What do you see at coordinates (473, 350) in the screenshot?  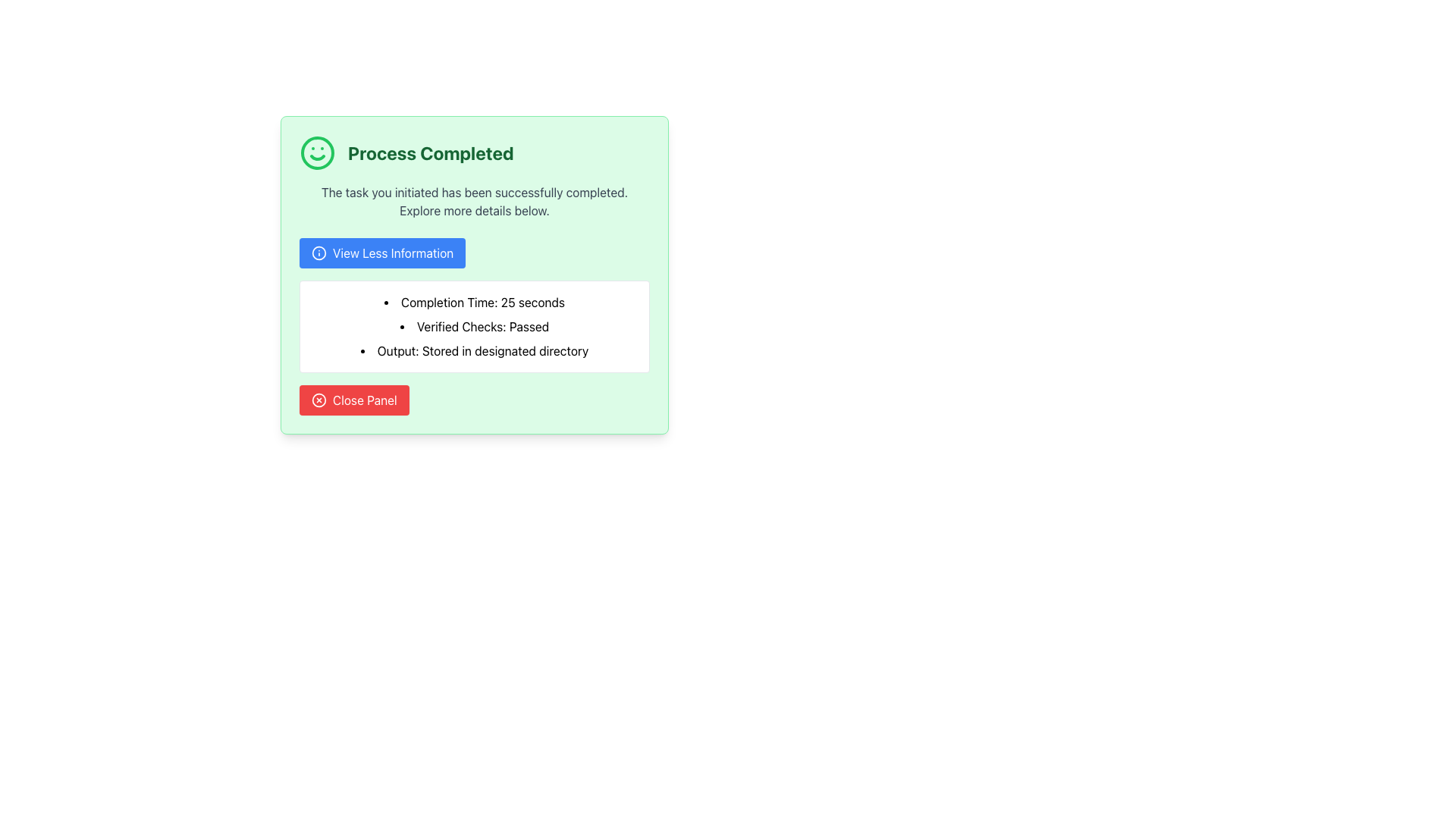 I see `the text element that informs the user about the location of the stored output, which is the third item in the 'Process Completed' section` at bounding box center [473, 350].